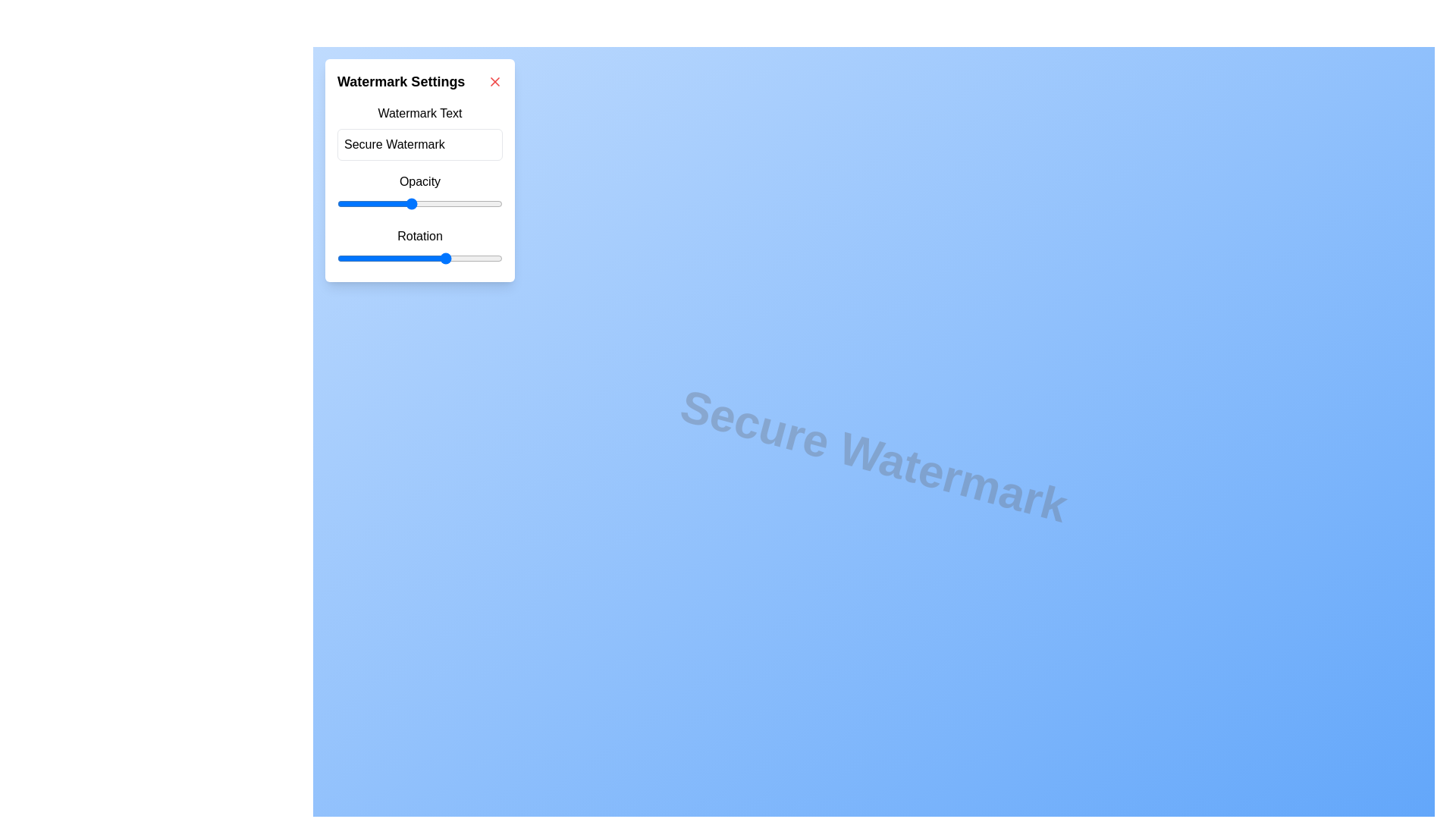 Image resolution: width=1456 pixels, height=819 pixels. Describe the element at coordinates (419, 82) in the screenshot. I see `the text label at the top of the 'Watermark Settings' panel, which serves as the title for the settings` at that location.